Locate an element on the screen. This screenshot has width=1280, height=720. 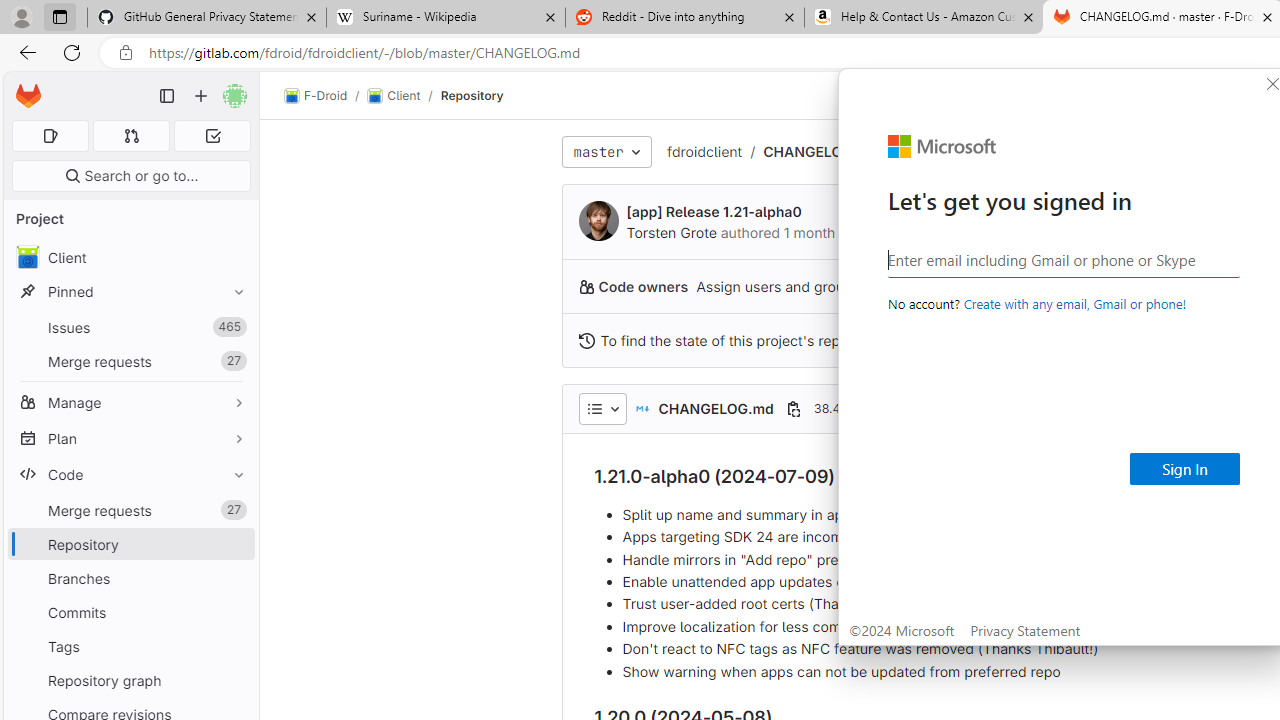
'Create with any email, Gmail or phone!' is located at coordinates (1073, 303).